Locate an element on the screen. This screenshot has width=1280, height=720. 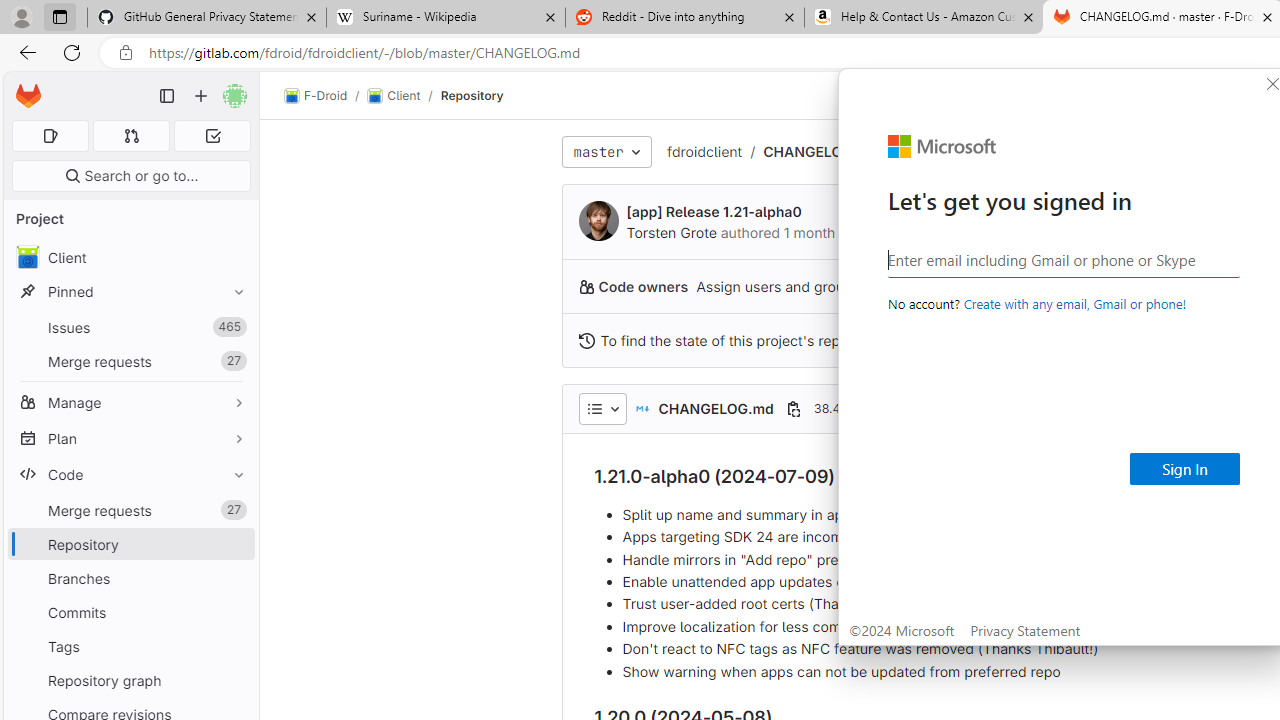
'Create with any email, Gmail or phone!' is located at coordinates (1073, 303).